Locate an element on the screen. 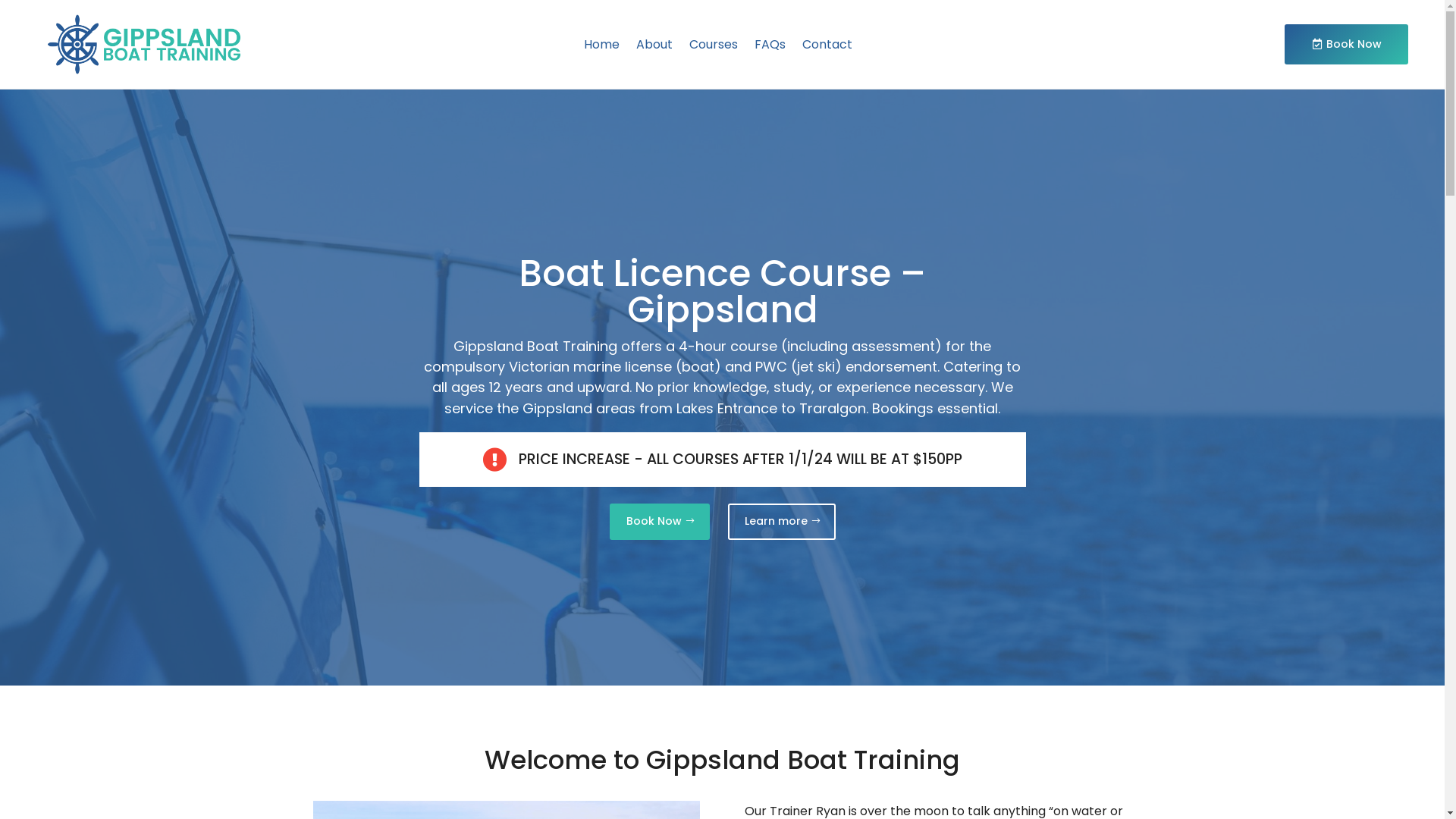 Image resolution: width=1456 pixels, height=819 pixels. 'Home' is located at coordinates (601, 43).